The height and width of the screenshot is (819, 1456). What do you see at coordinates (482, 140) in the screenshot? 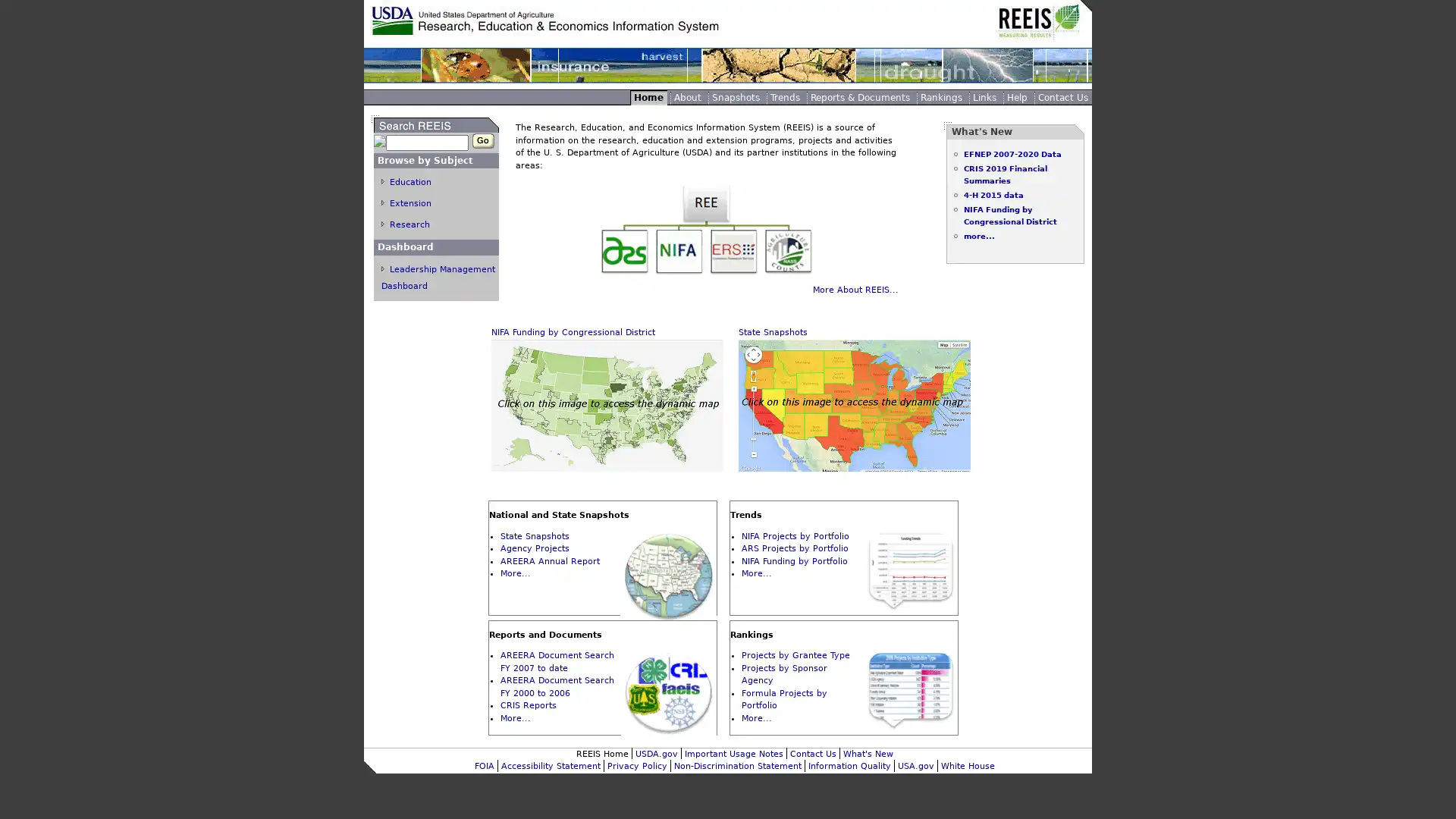
I see `Go Button` at bounding box center [482, 140].